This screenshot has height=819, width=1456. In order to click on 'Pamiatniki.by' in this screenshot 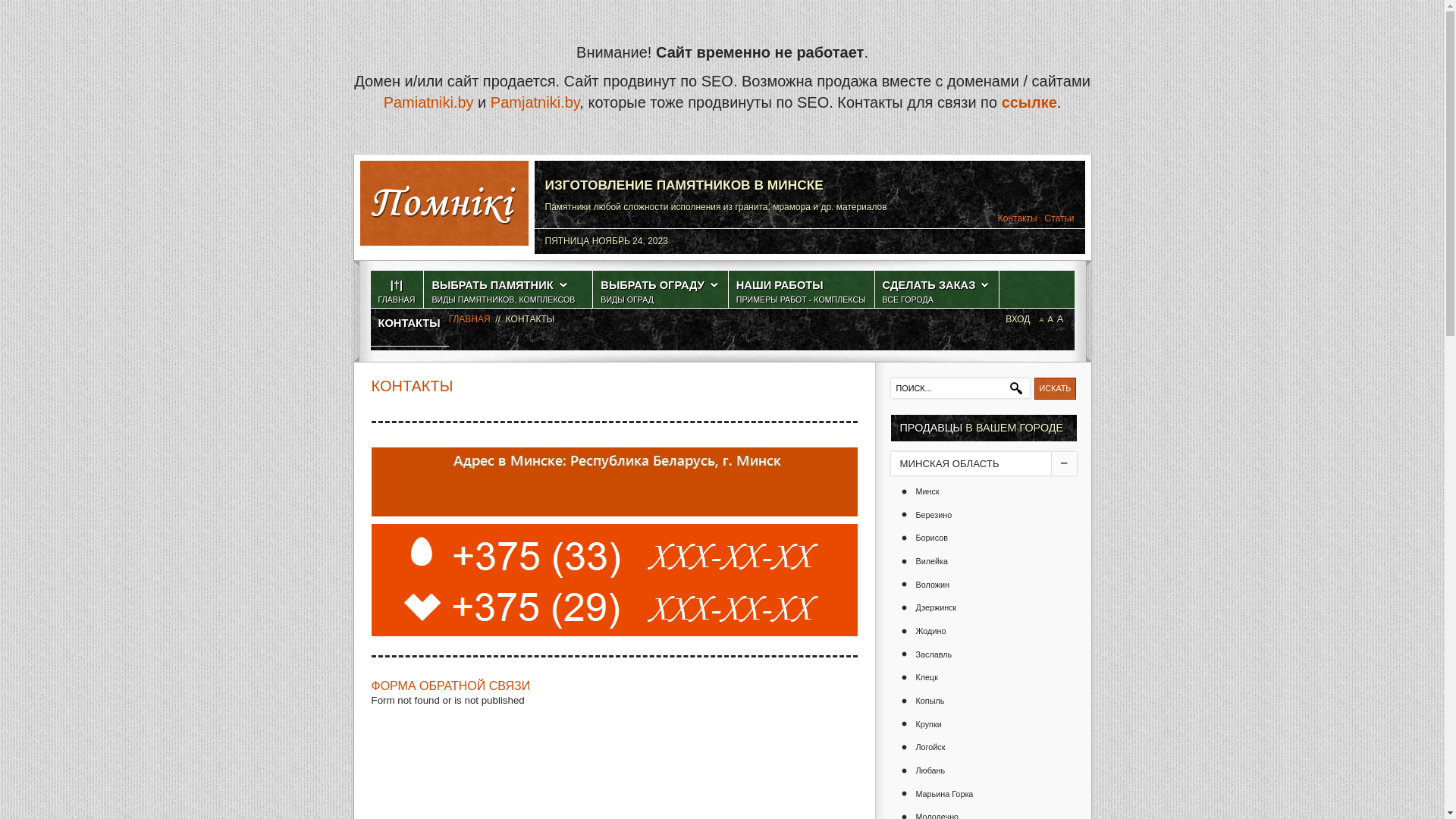, I will do `click(428, 102)`.